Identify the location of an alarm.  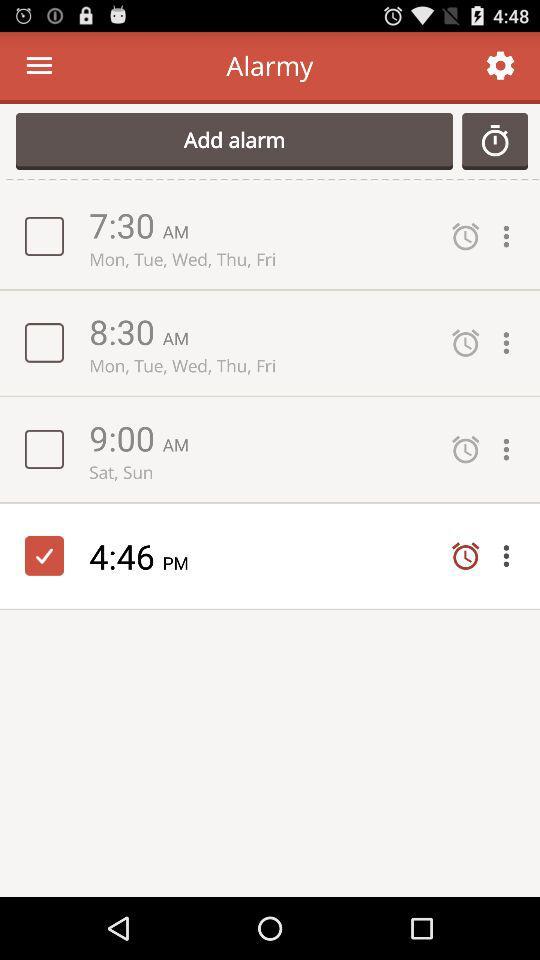
(494, 140).